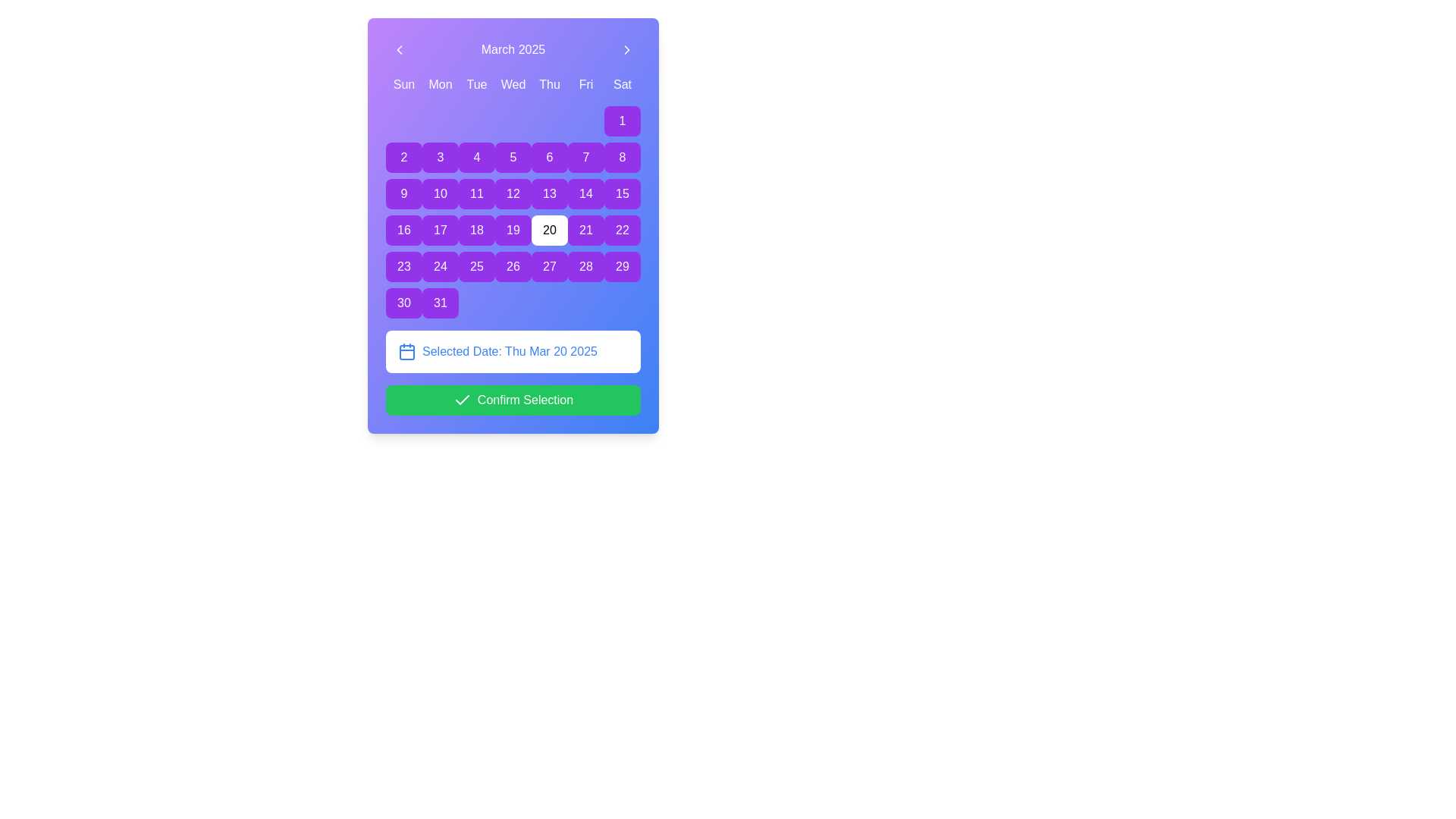 The width and height of the screenshot is (1456, 819). What do you see at coordinates (626, 49) in the screenshot?
I see `the Chevron right icon located in the upper-right corner of the calendar interface, adjacent` at bounding box center [626, 49].